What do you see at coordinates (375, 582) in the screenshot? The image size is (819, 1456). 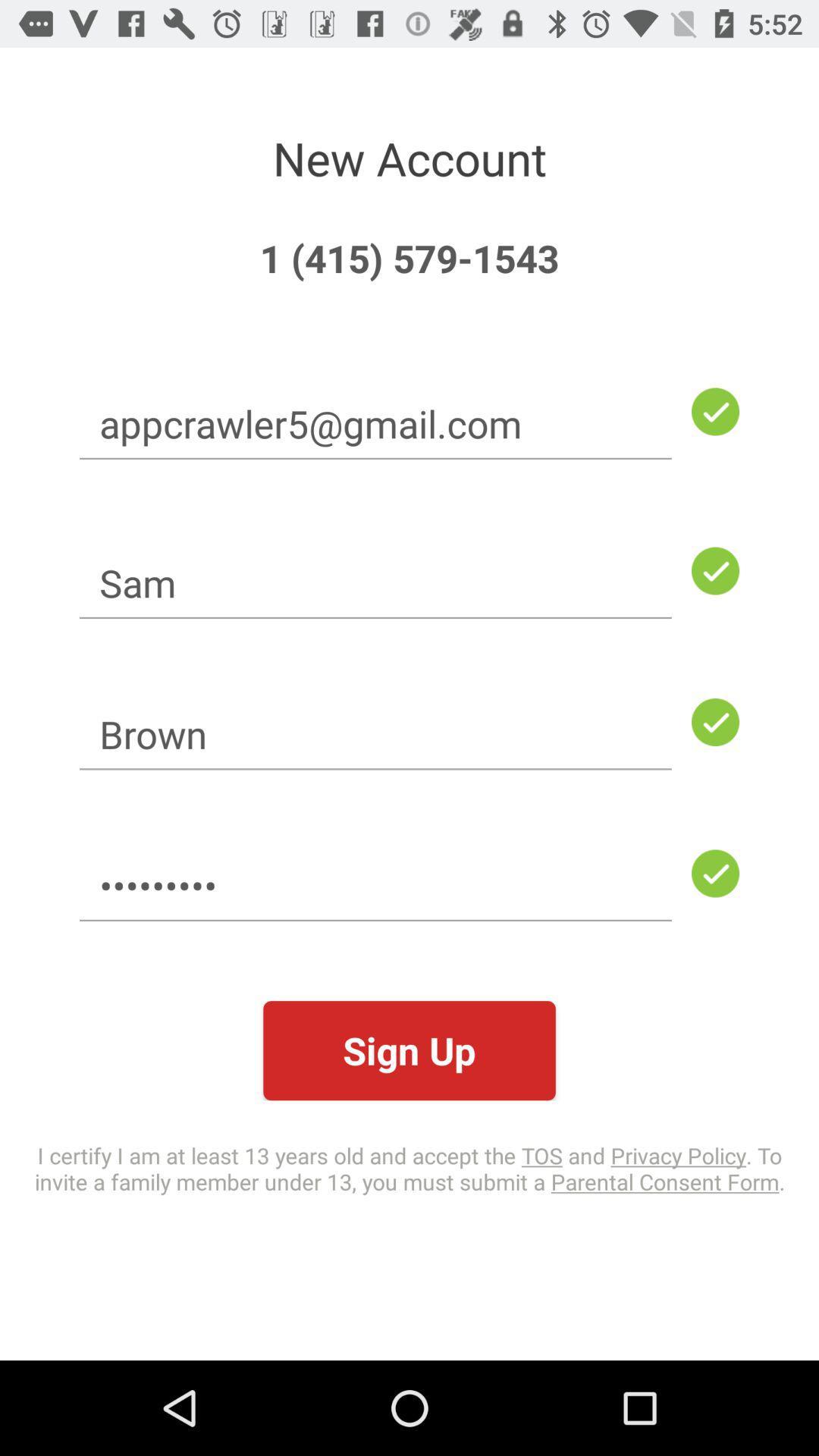 I see `the icon below appcrawler5@gmail.com` at bounding box center [375, 582].